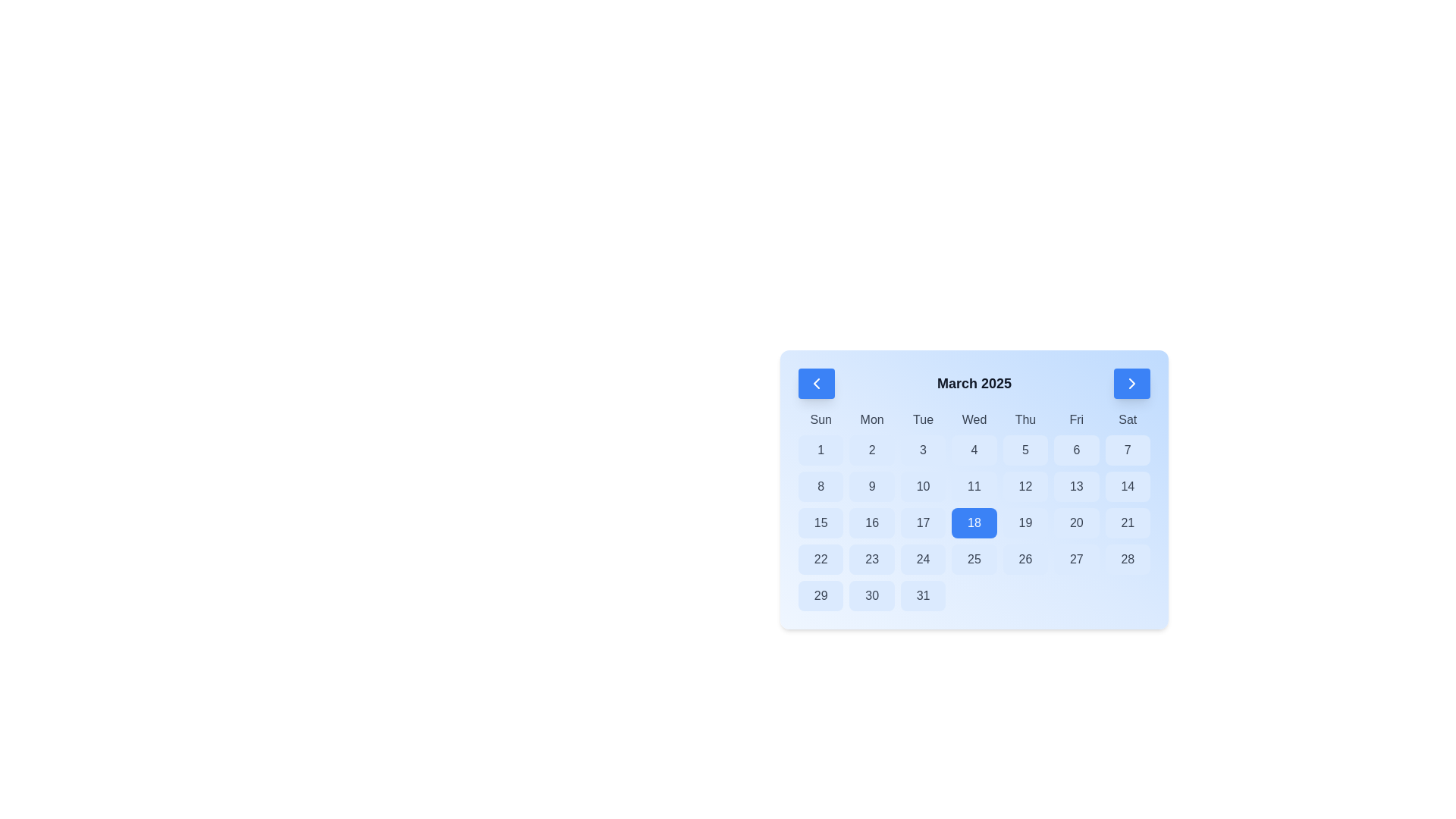 This screenshot has width=1456, height=819. What do you see at coordinates (922, 559) in the screenshot?
I see `the date selection button for the 24th day of the month in the calendar` at bounding box center [922, 559].